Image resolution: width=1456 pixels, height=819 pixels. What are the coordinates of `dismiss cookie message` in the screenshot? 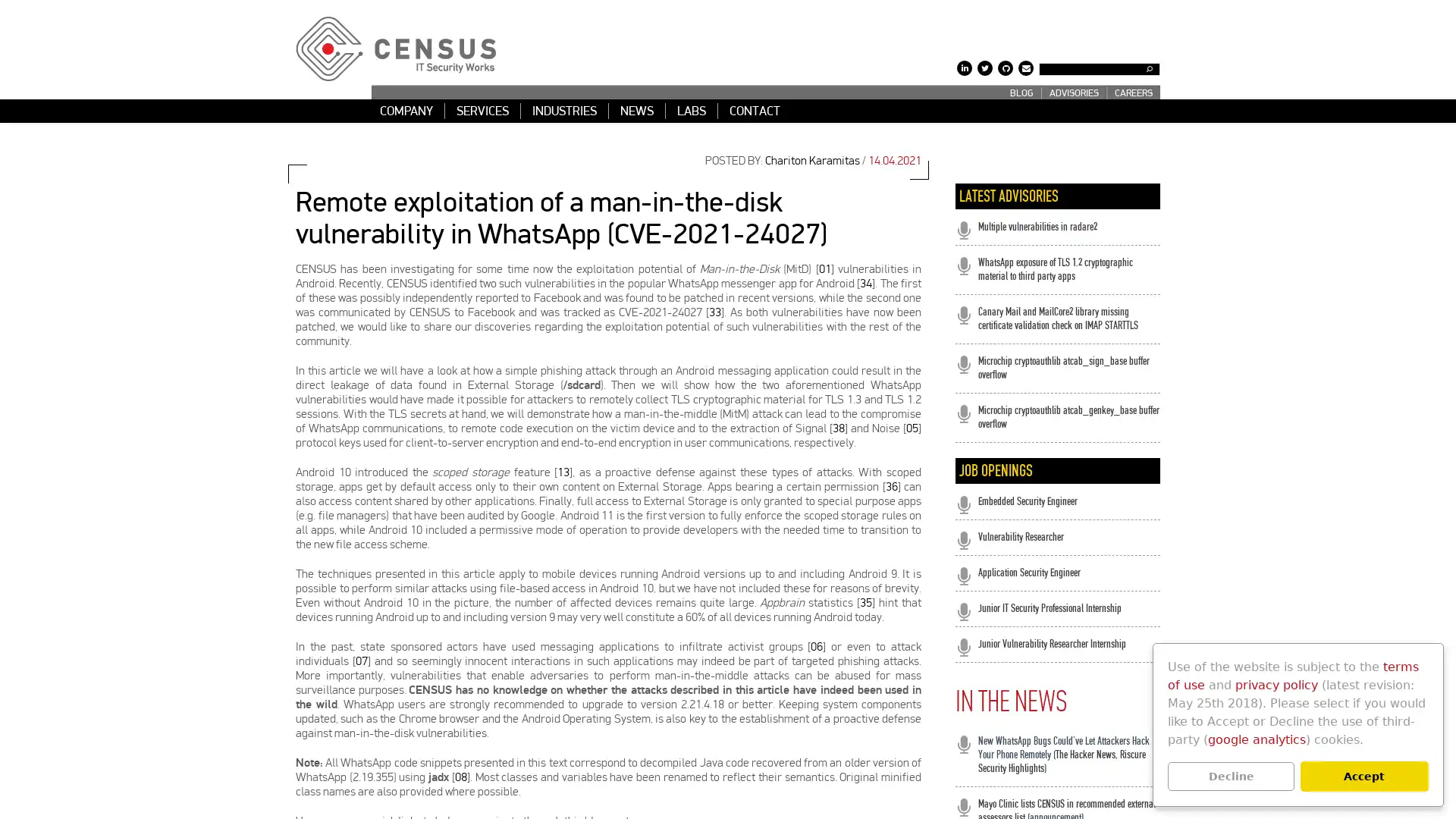 It's located at (1363, 776).